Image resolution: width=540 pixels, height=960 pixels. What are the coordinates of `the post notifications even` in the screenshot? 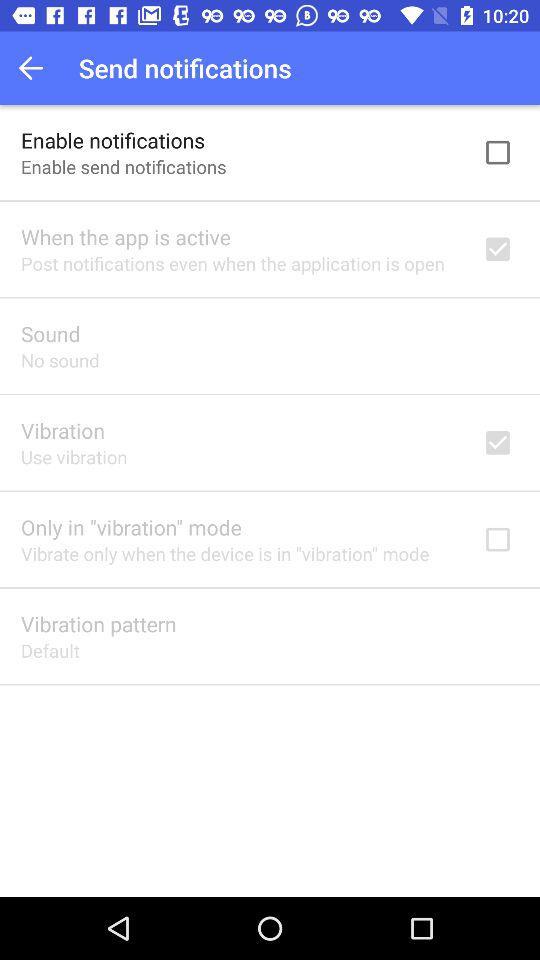 It's located at (231, 262).